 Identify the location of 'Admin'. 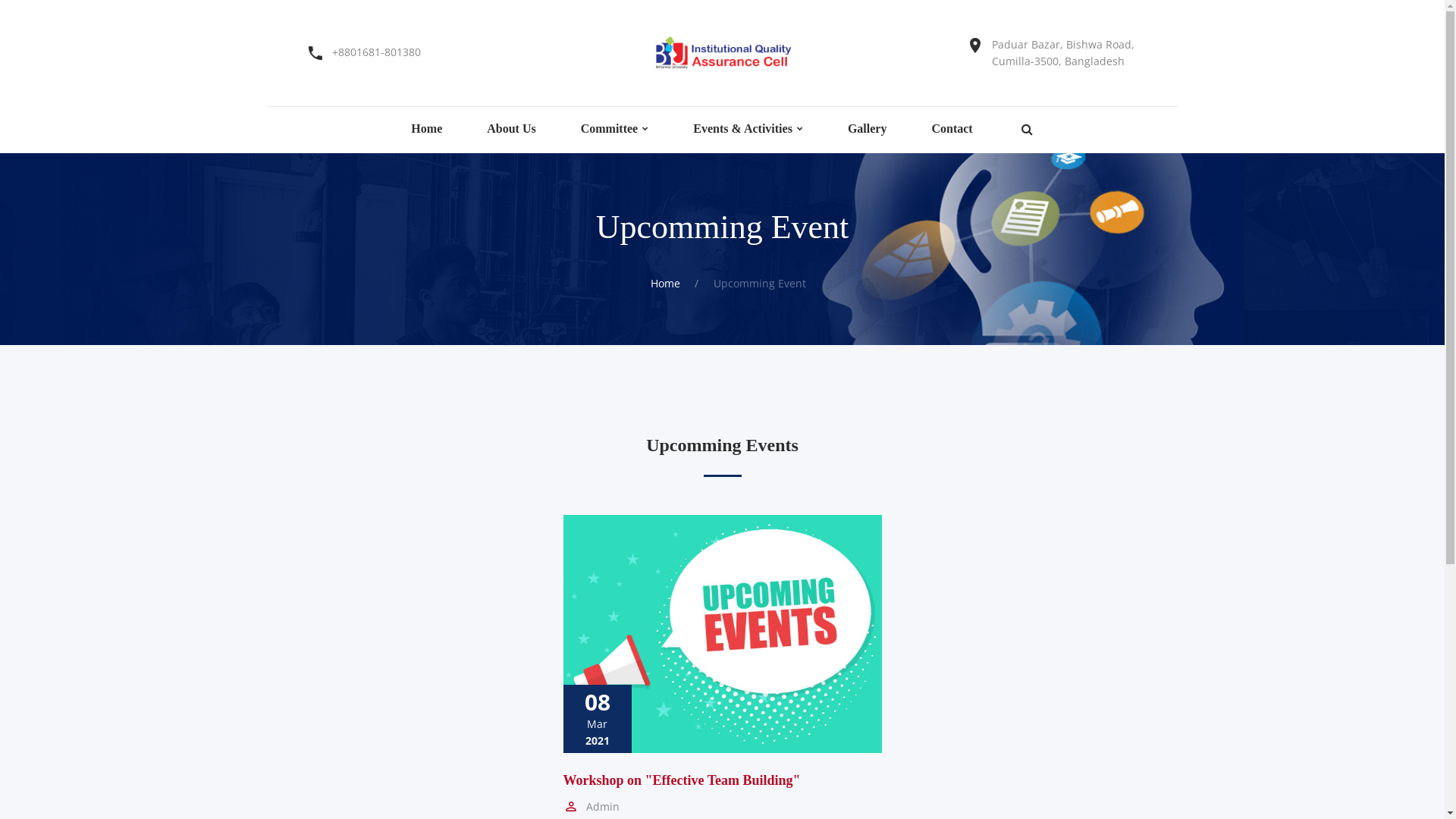
(589, 805).